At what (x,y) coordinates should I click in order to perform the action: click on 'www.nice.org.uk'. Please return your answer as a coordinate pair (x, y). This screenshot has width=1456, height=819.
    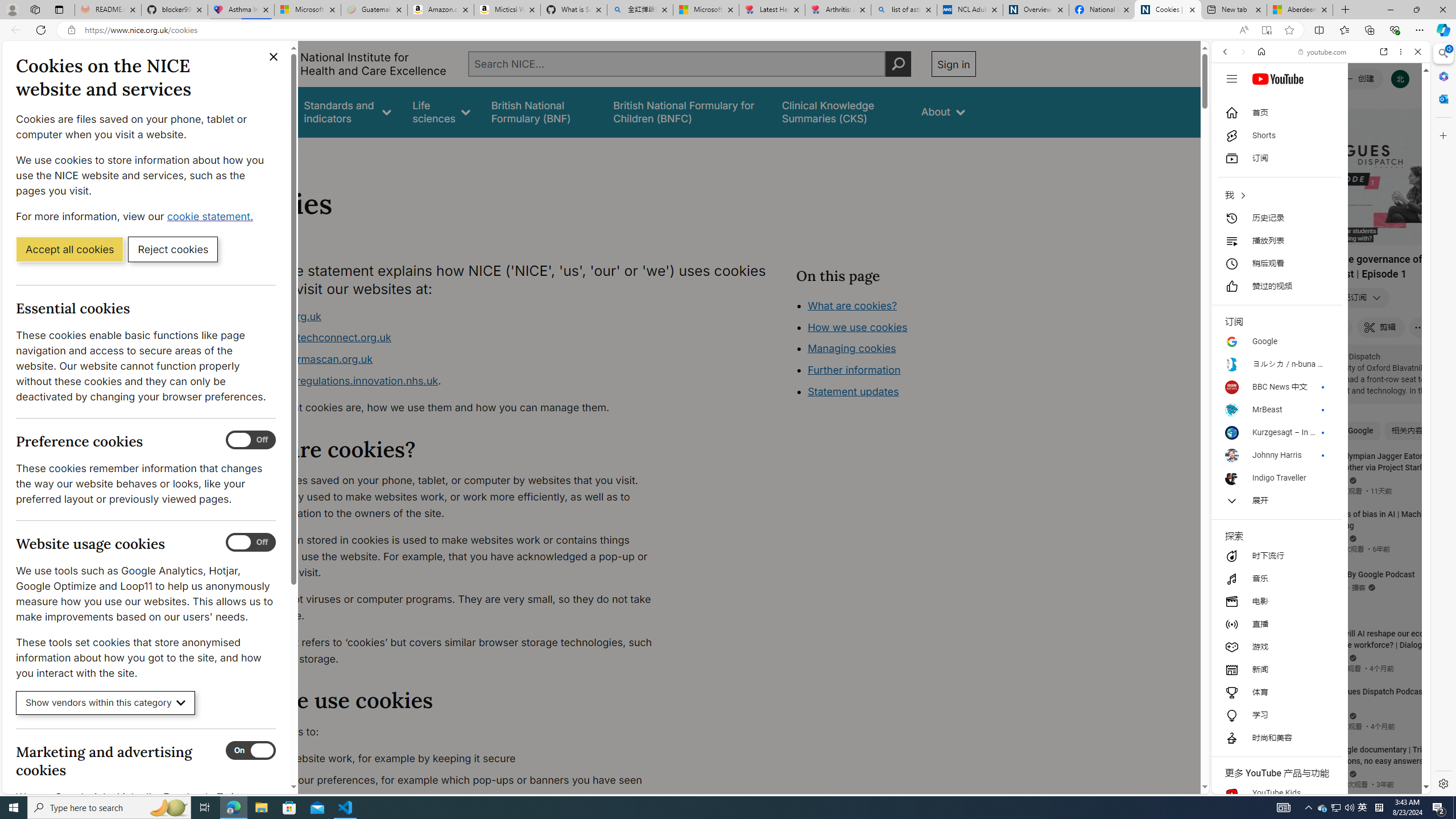
    Looking at the image, I should click on (280, 316).